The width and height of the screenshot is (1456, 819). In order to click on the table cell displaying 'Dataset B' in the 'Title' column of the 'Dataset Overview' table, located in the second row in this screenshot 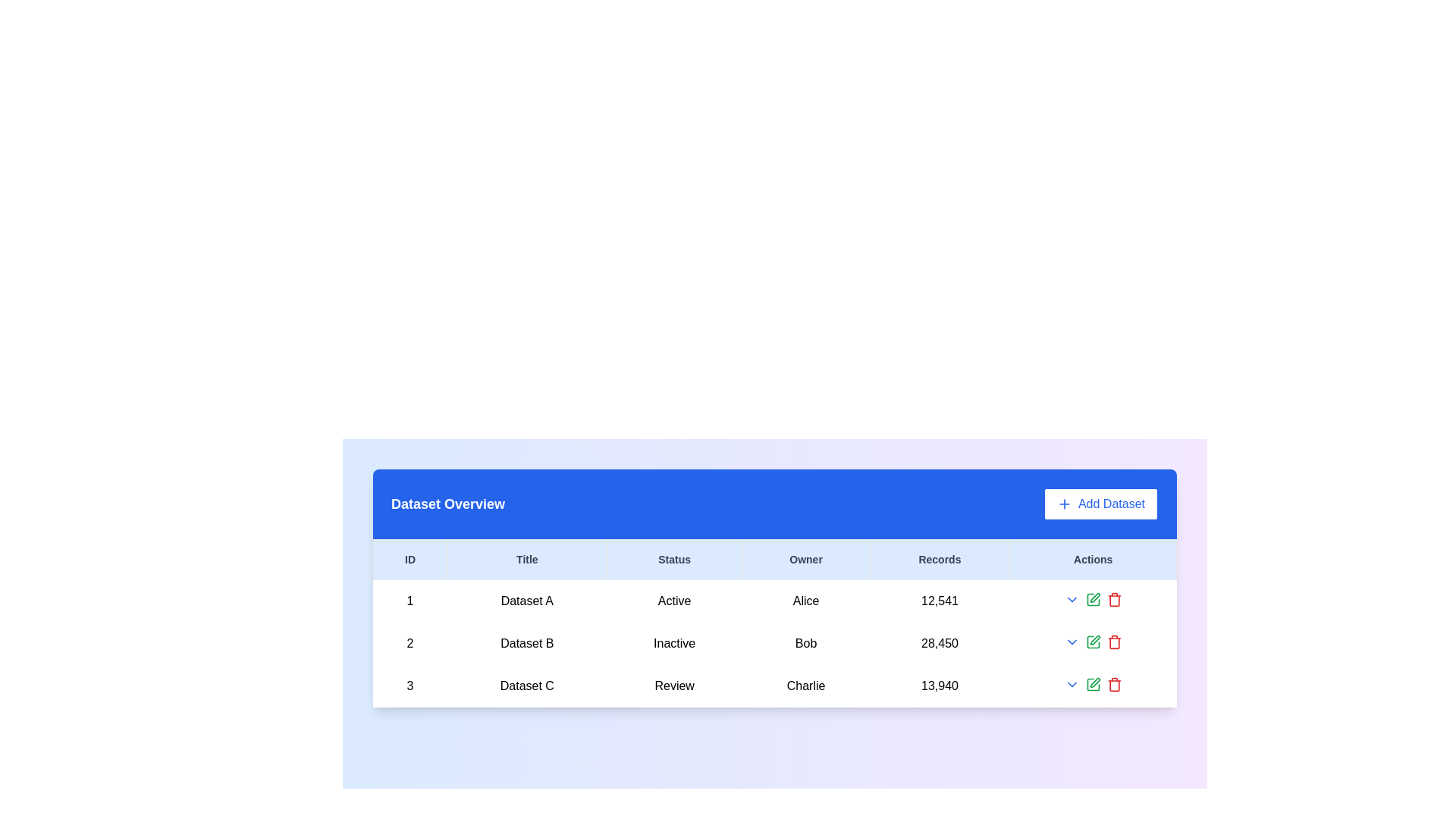, I will do `click(527, 643)`.